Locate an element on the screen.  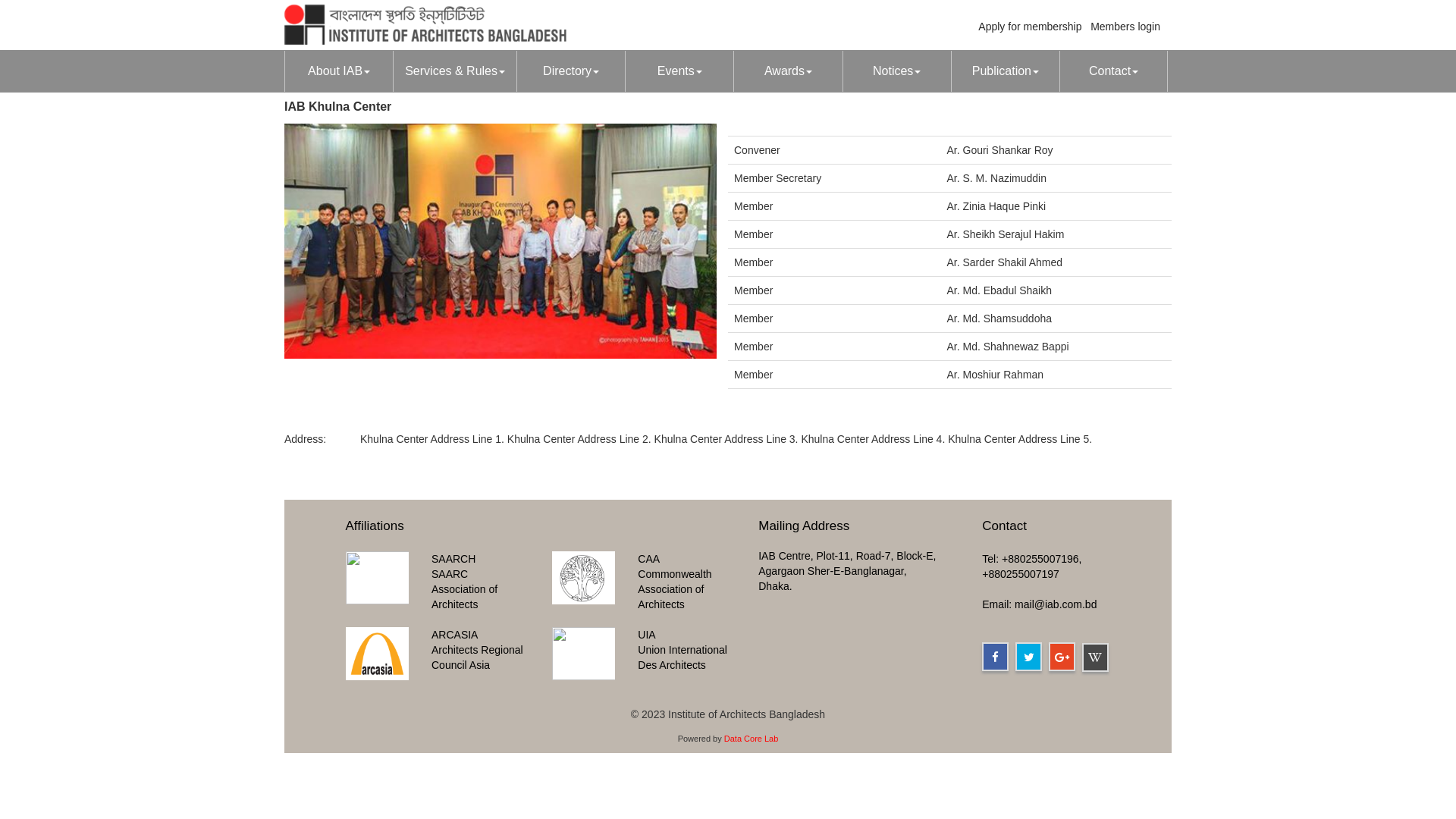
'Contact' is located at coordinates (1113, 71).